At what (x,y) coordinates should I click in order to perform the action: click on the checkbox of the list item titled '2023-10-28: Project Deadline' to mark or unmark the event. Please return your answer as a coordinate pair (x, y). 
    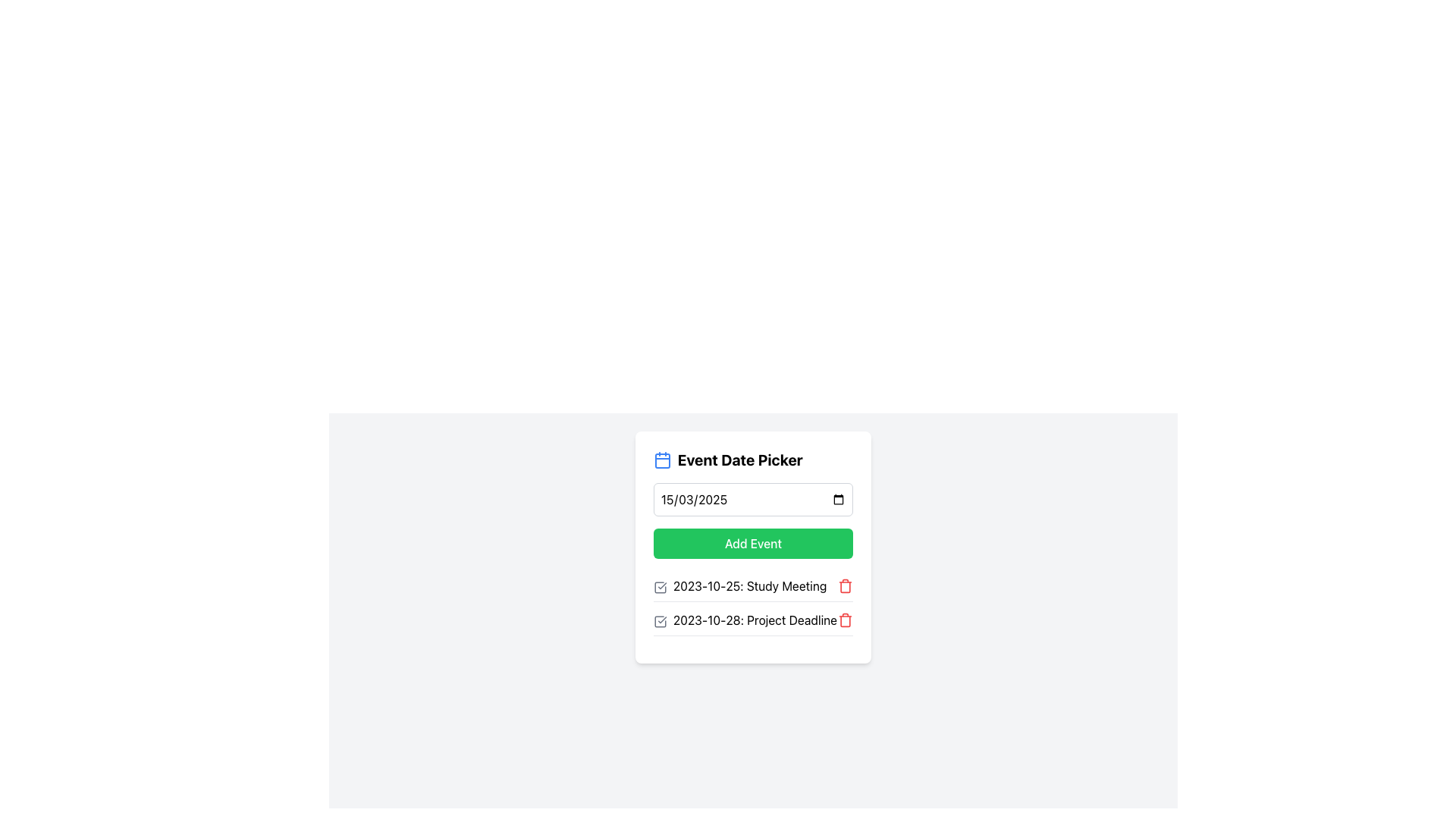
    Looking at the image, I should click on (753, 623).